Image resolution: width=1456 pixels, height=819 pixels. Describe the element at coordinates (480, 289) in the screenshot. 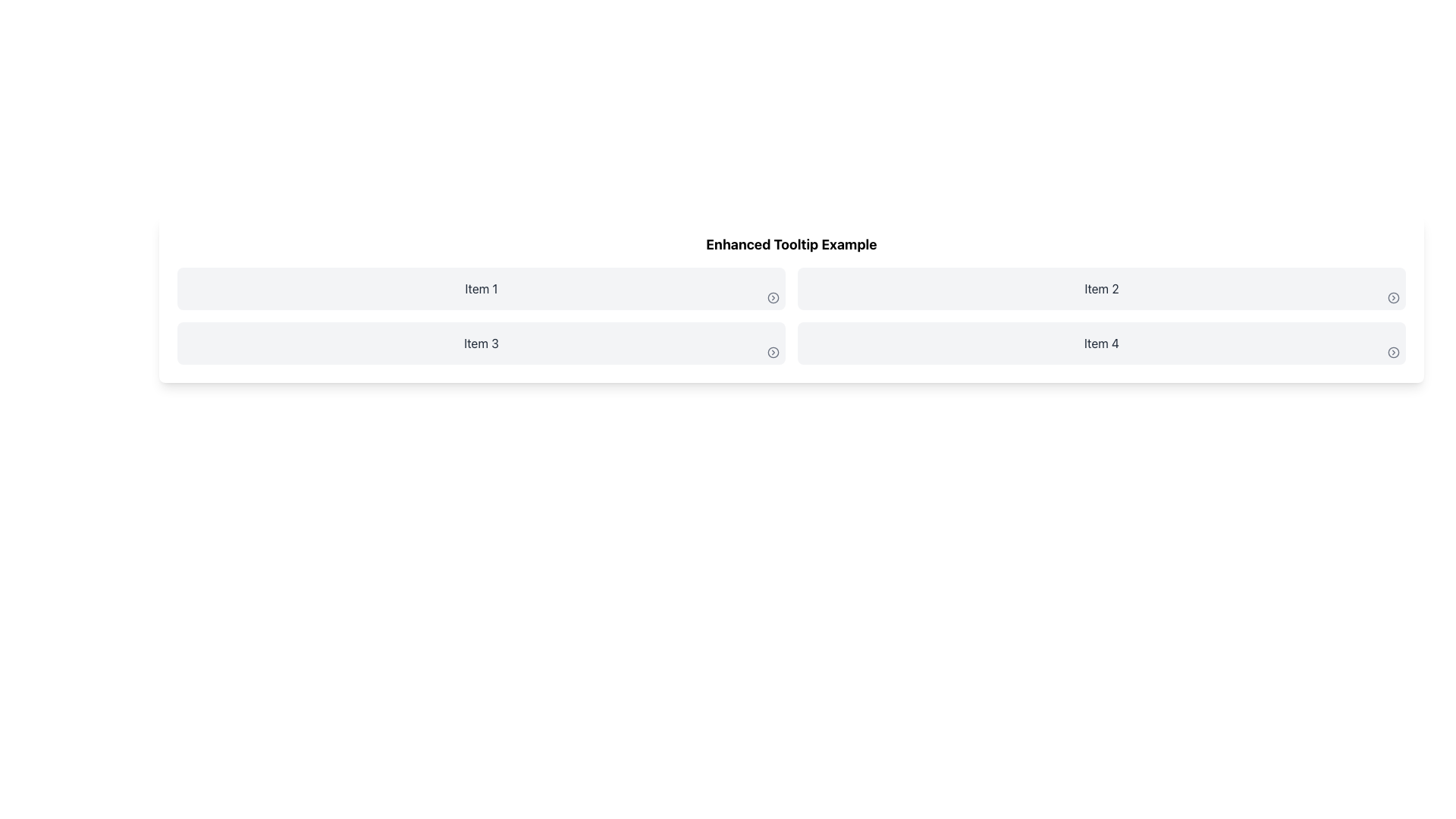

I see `the List item card labeled 'Item 1', which has a light gray background and contains the text 'Item 1' centered within it` at that location.